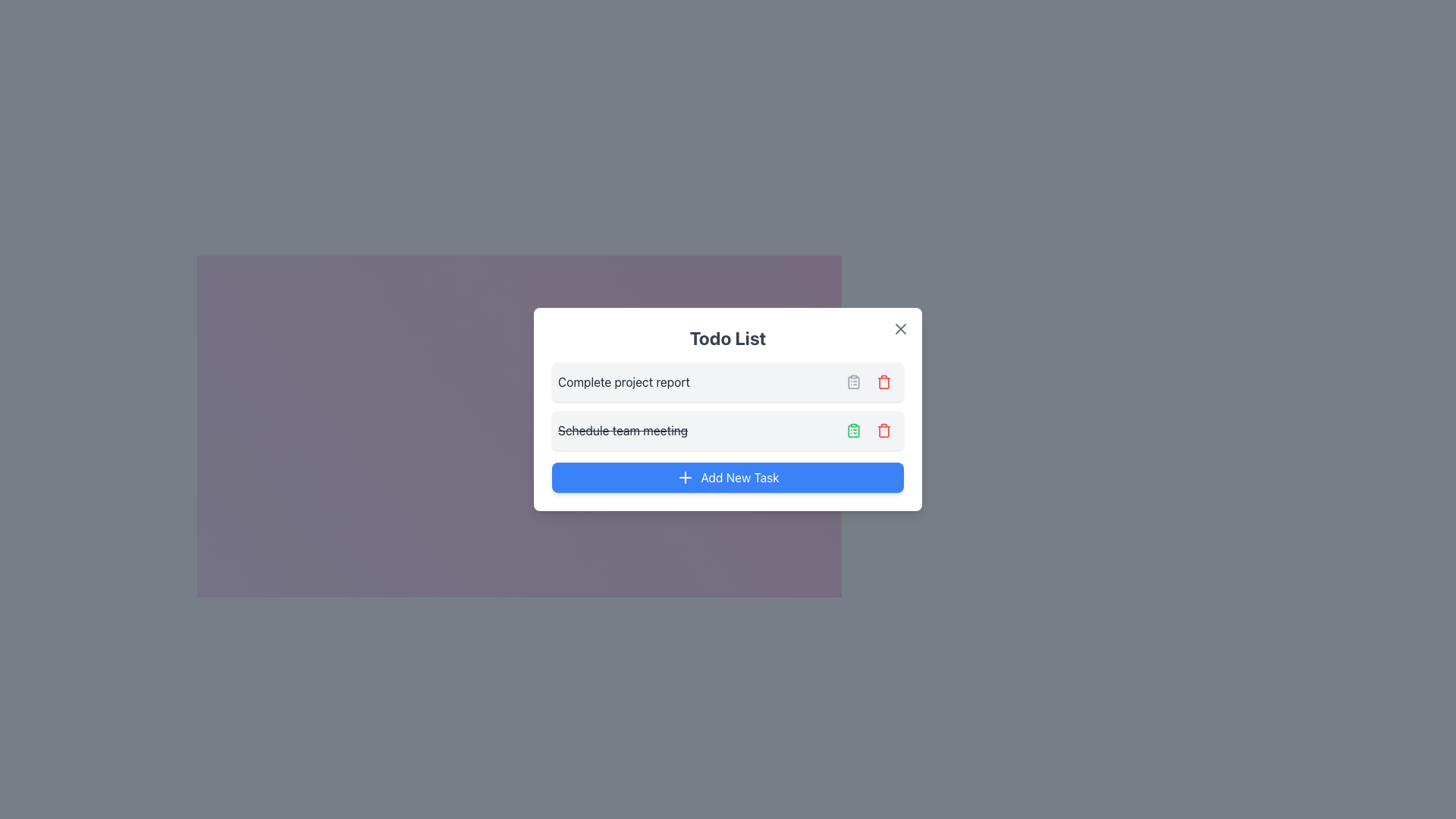 This screenshot has height=819, width=1456. Describe the element at coordinates (623, 430) in the screenshot. I see `the completed task text displaying 'Schedule team meeting' in gray, which is marked with a line across it, located in the 'Todo List' interface` at that location.